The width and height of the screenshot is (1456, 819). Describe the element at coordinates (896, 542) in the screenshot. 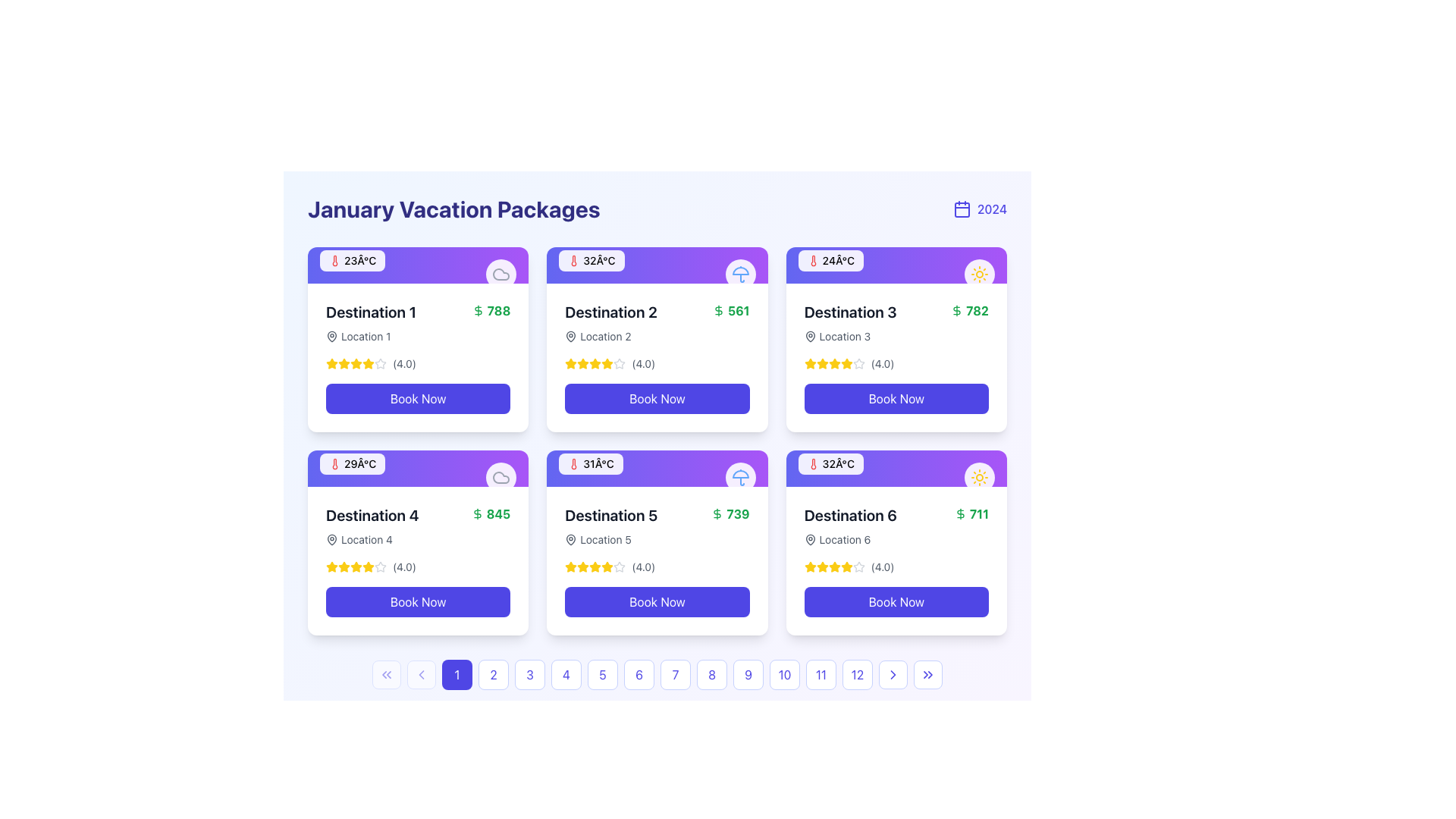

I see `the Information card located in the bottom-right position of the grid layout` at that location.